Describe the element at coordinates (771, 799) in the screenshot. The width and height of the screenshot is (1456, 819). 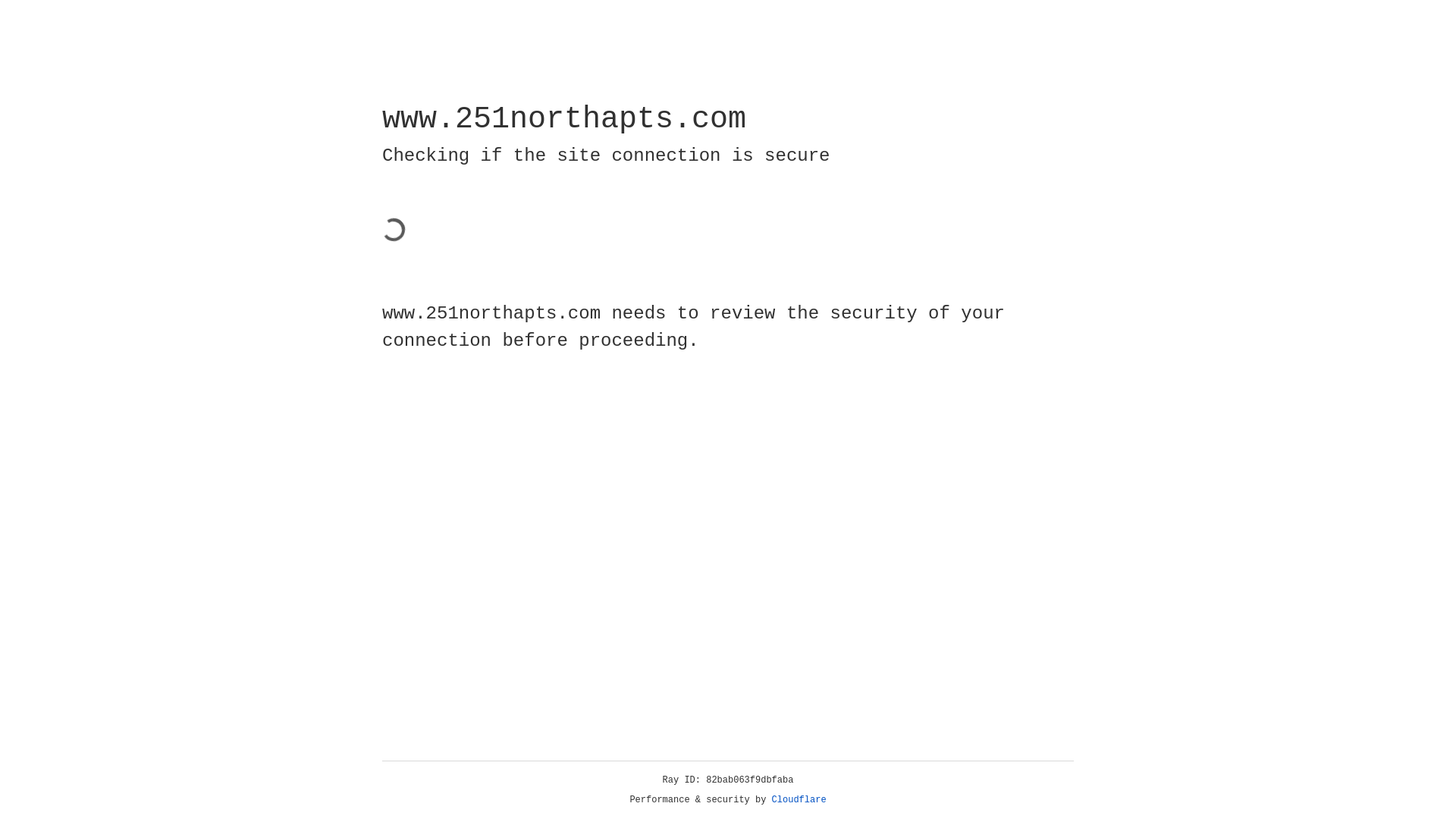
I see `'Cloudflare'` at that location.